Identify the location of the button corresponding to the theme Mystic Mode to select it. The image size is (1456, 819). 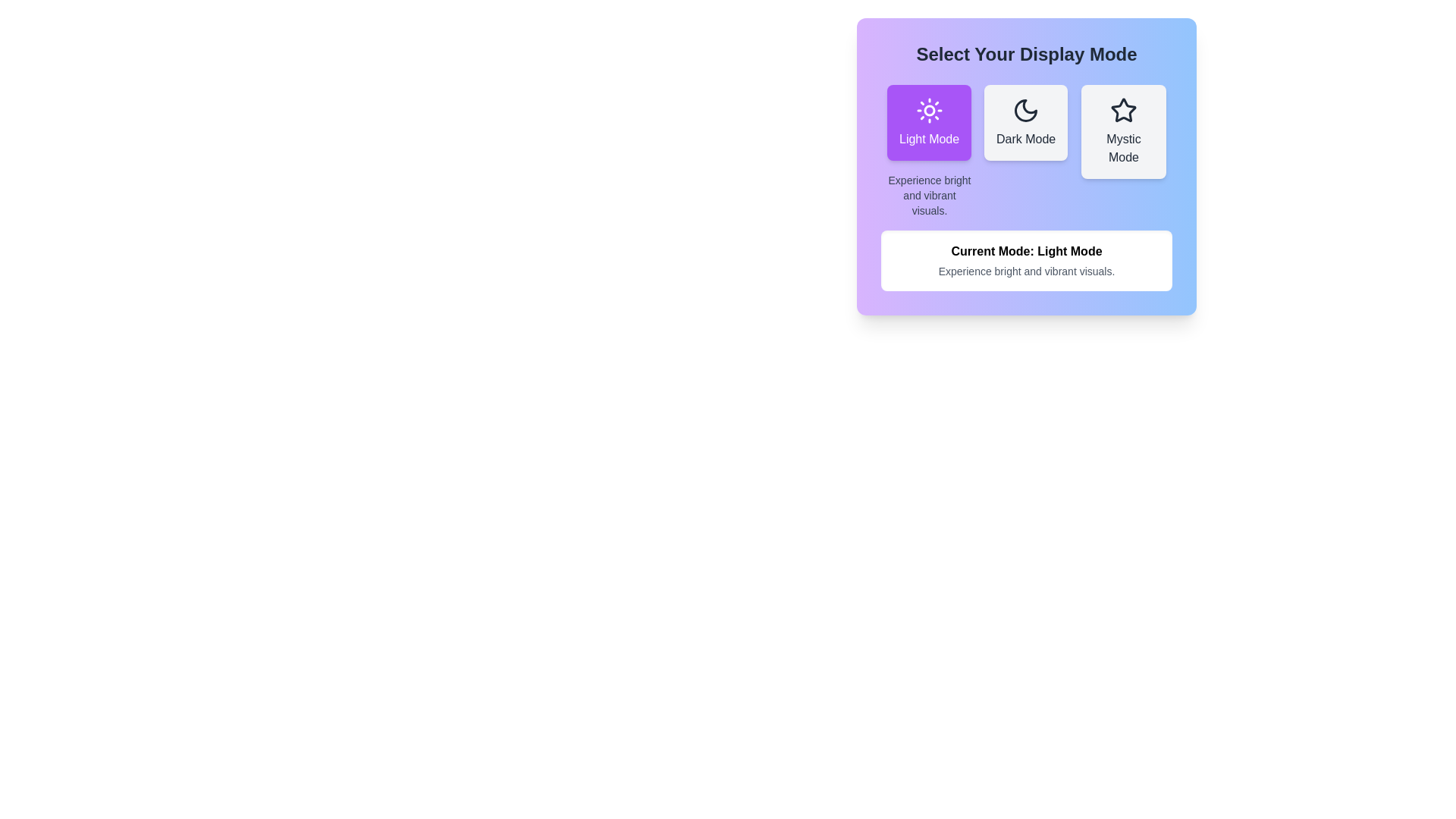
(1124, 130).